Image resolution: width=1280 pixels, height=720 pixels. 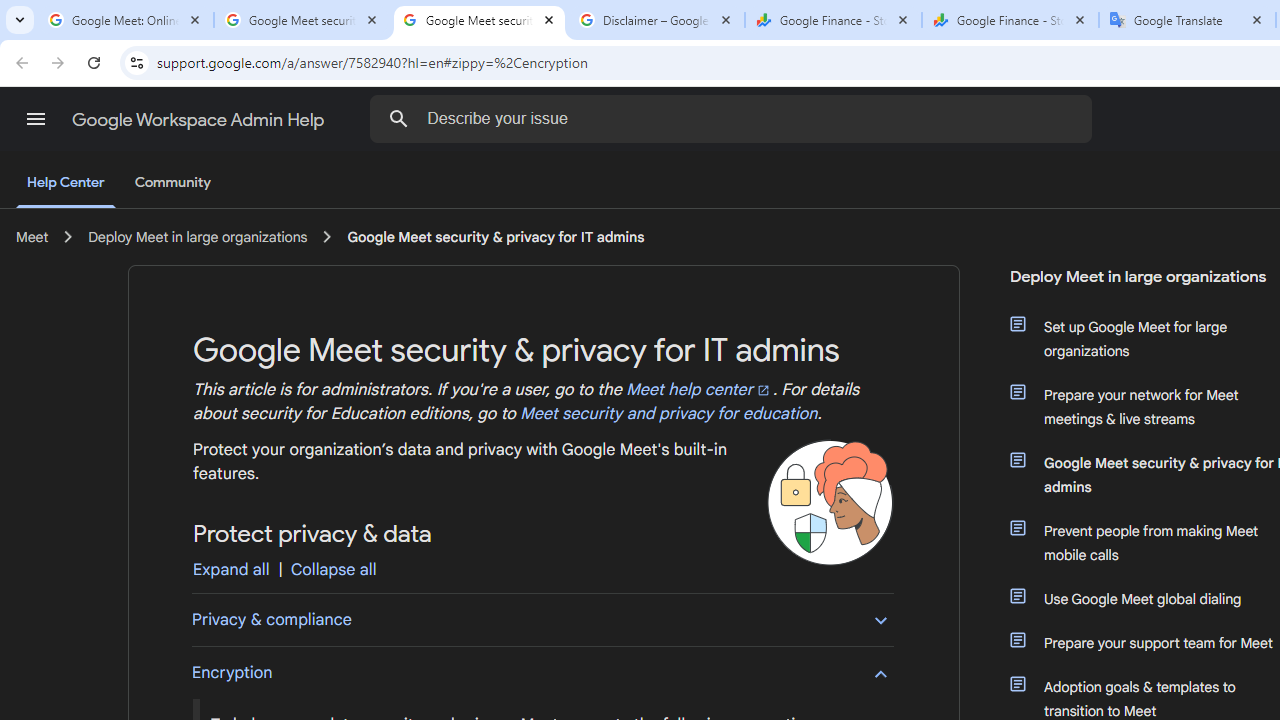 I want to click on 'Describe your issue', so click(x=734, y=118).